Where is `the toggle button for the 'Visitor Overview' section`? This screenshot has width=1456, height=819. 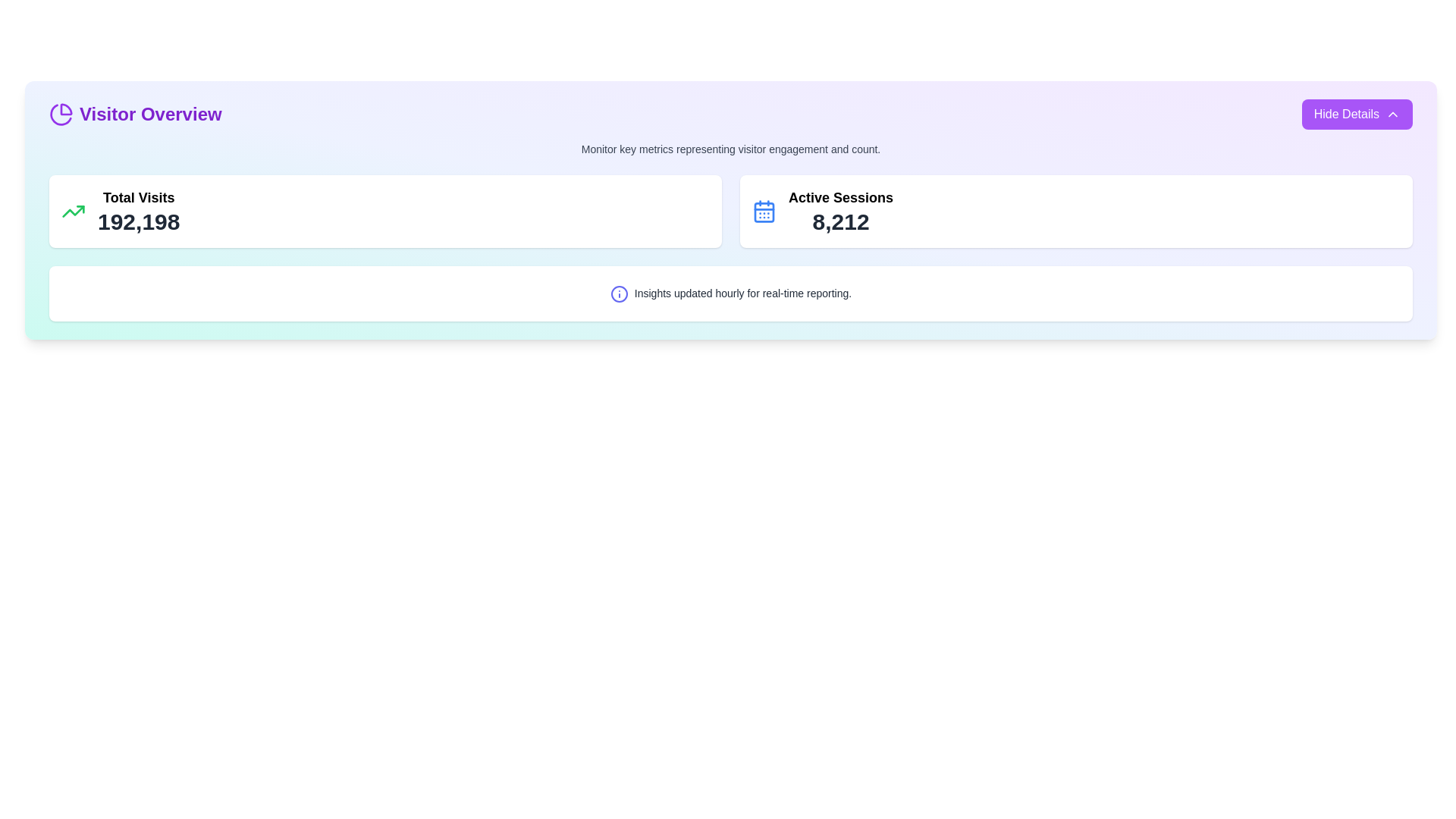
the toggle button for the 'Visitor Overview' section is located at coordinates (1357, 113).